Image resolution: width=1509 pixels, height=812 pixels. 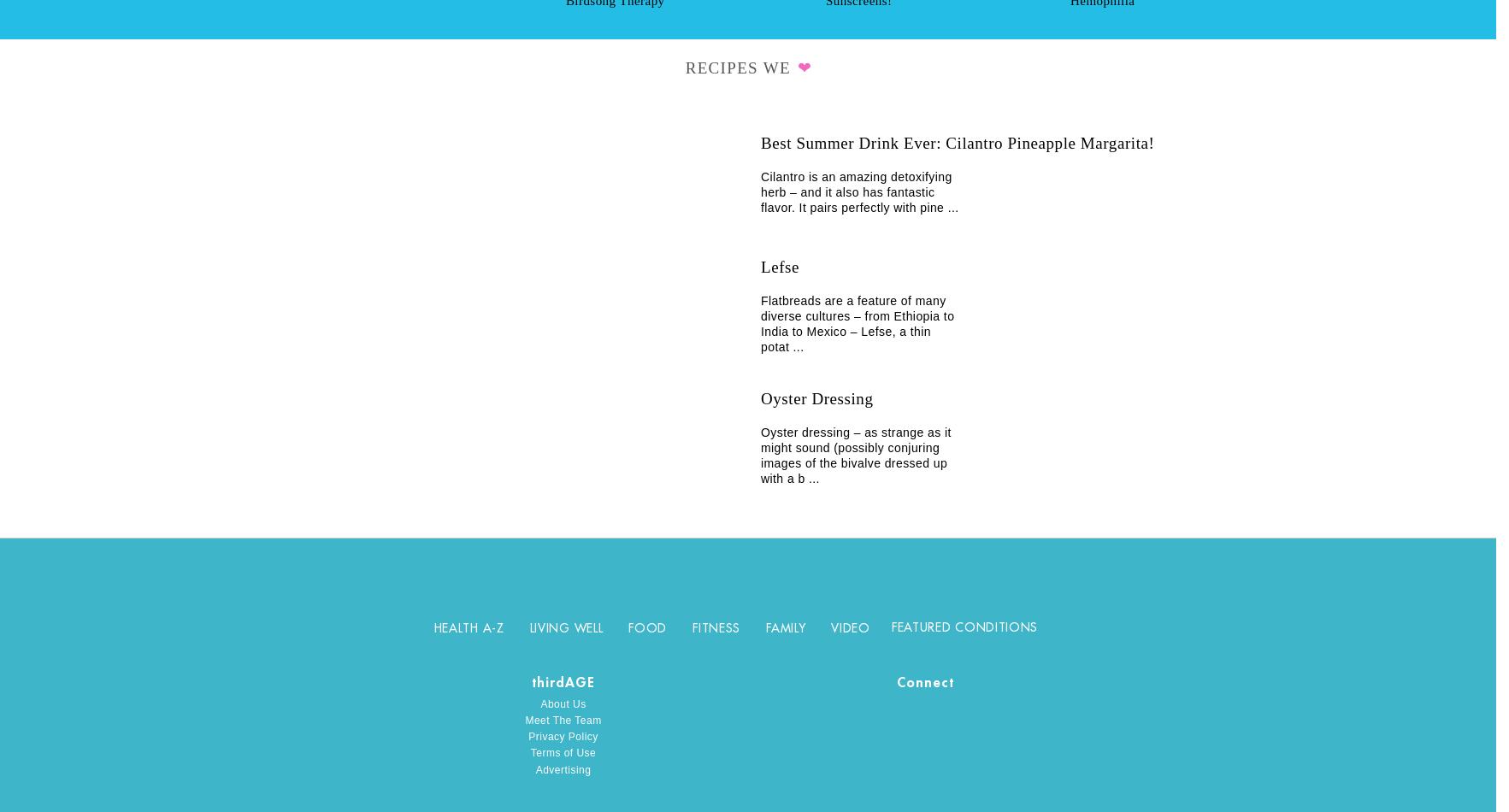 I want to click on 'Meet The Team', so click(x=562, y=720).